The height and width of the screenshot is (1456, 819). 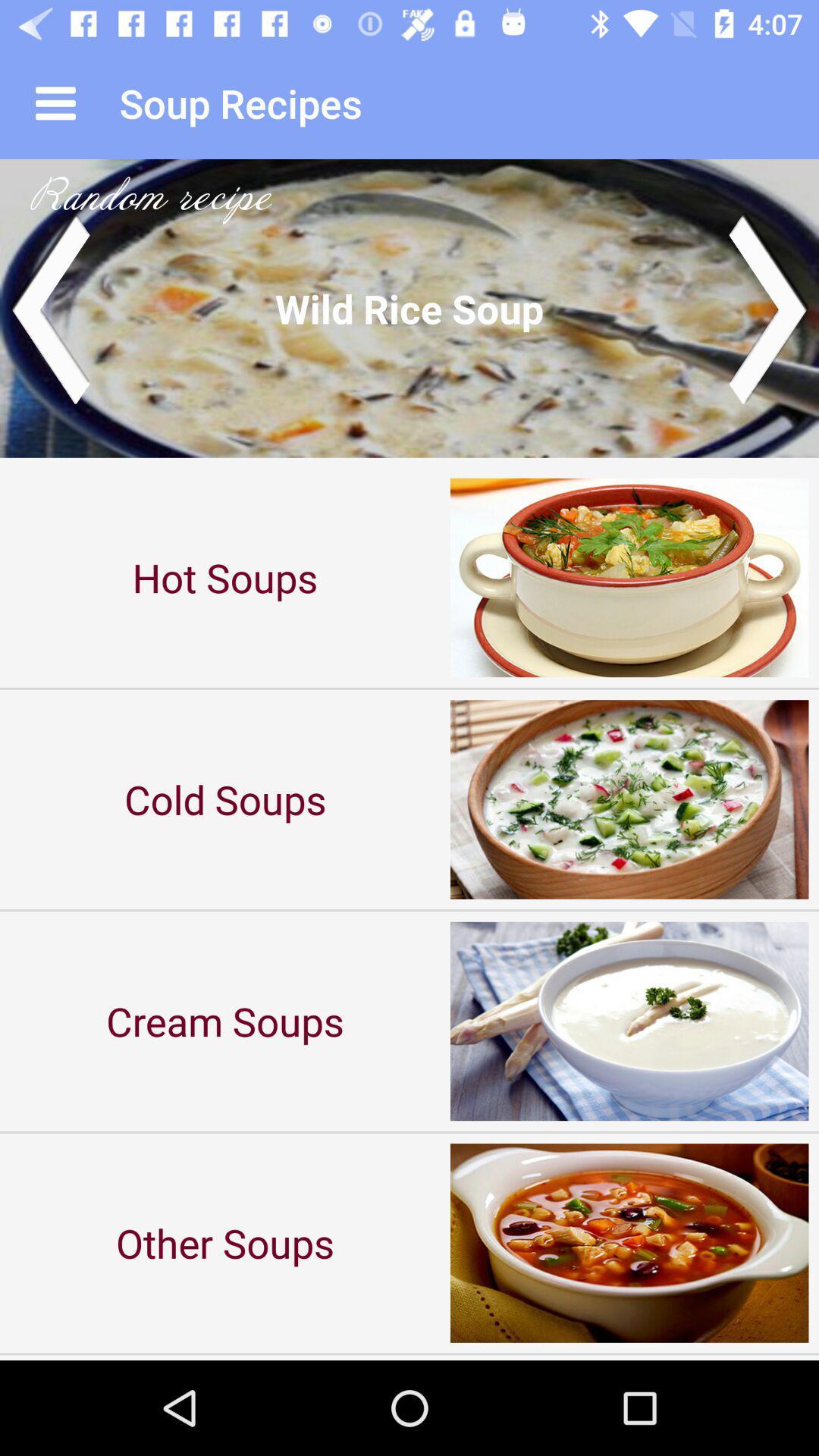 What do you see at coordinates (225, 1021) in the screenshot?
I see `cream soups` at bounding box center [225, 1021].